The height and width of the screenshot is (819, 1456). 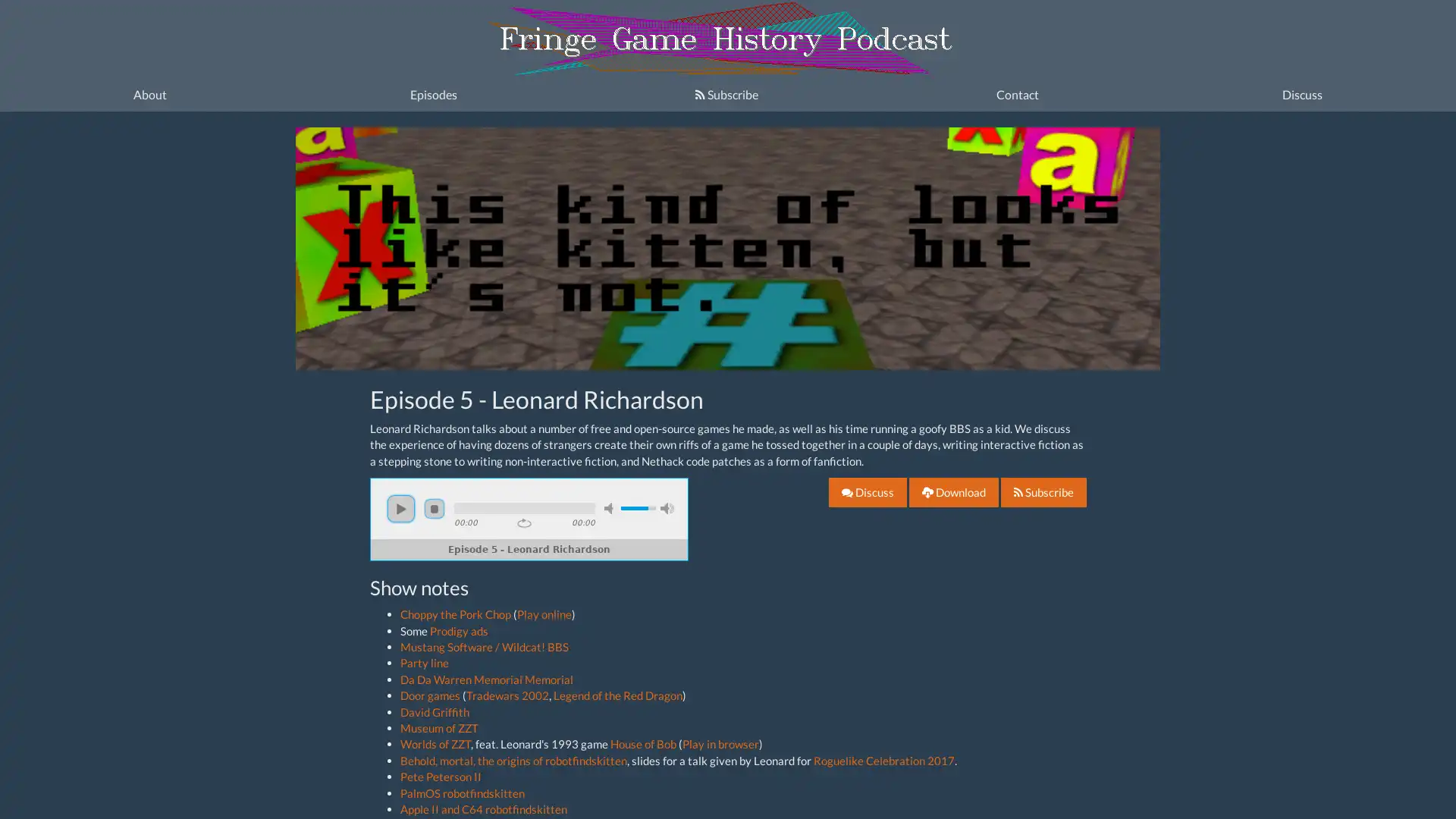 What do you see at coordinates (524, 522) in the screenshot?
I see `repeat` at bounding box center [524, 522].